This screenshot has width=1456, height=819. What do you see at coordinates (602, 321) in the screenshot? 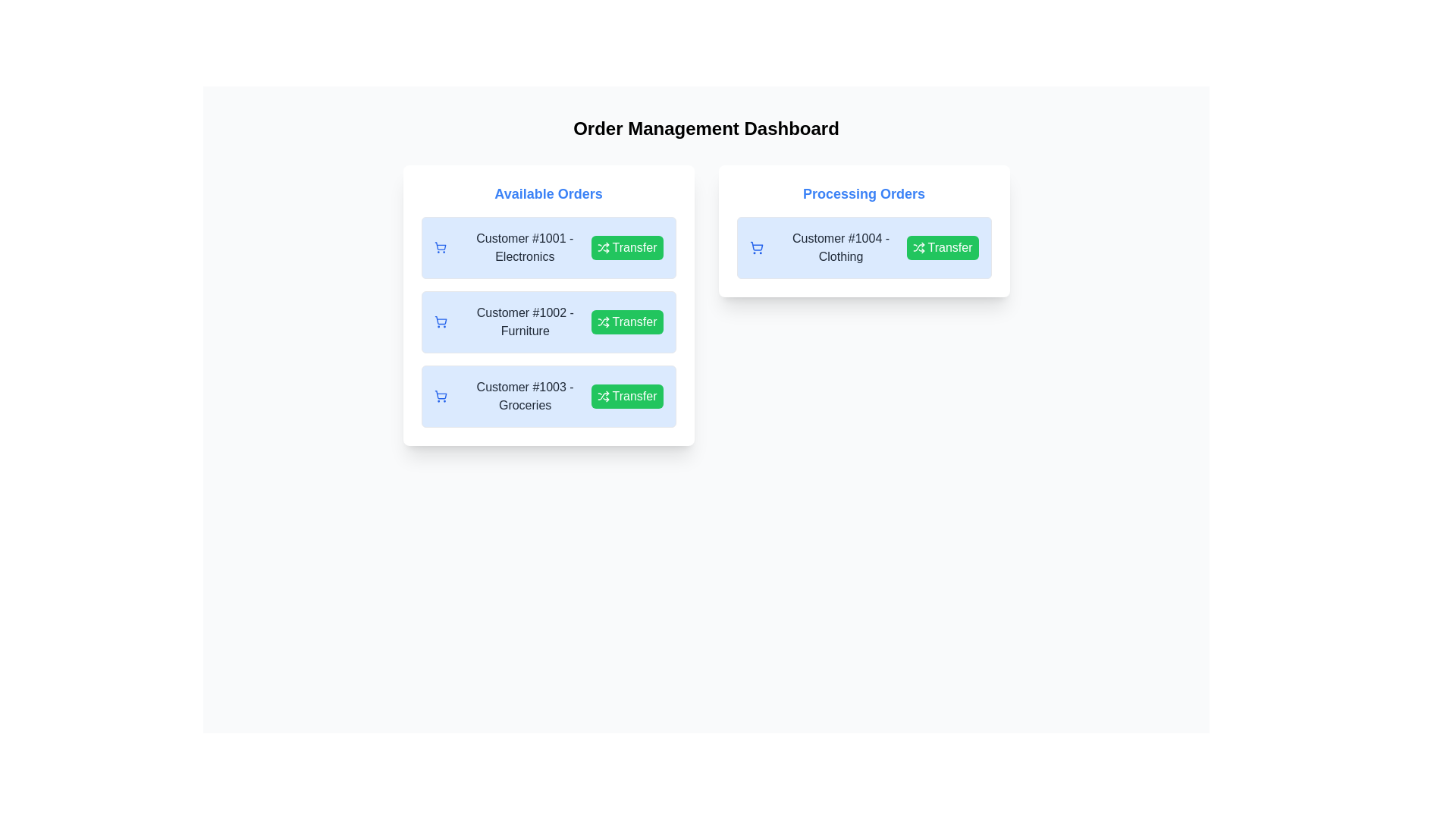
I see `the shuffle icon located on the green 'Transfer' button, which is positioned to the left of the text label` at bounding box center [602, 321].